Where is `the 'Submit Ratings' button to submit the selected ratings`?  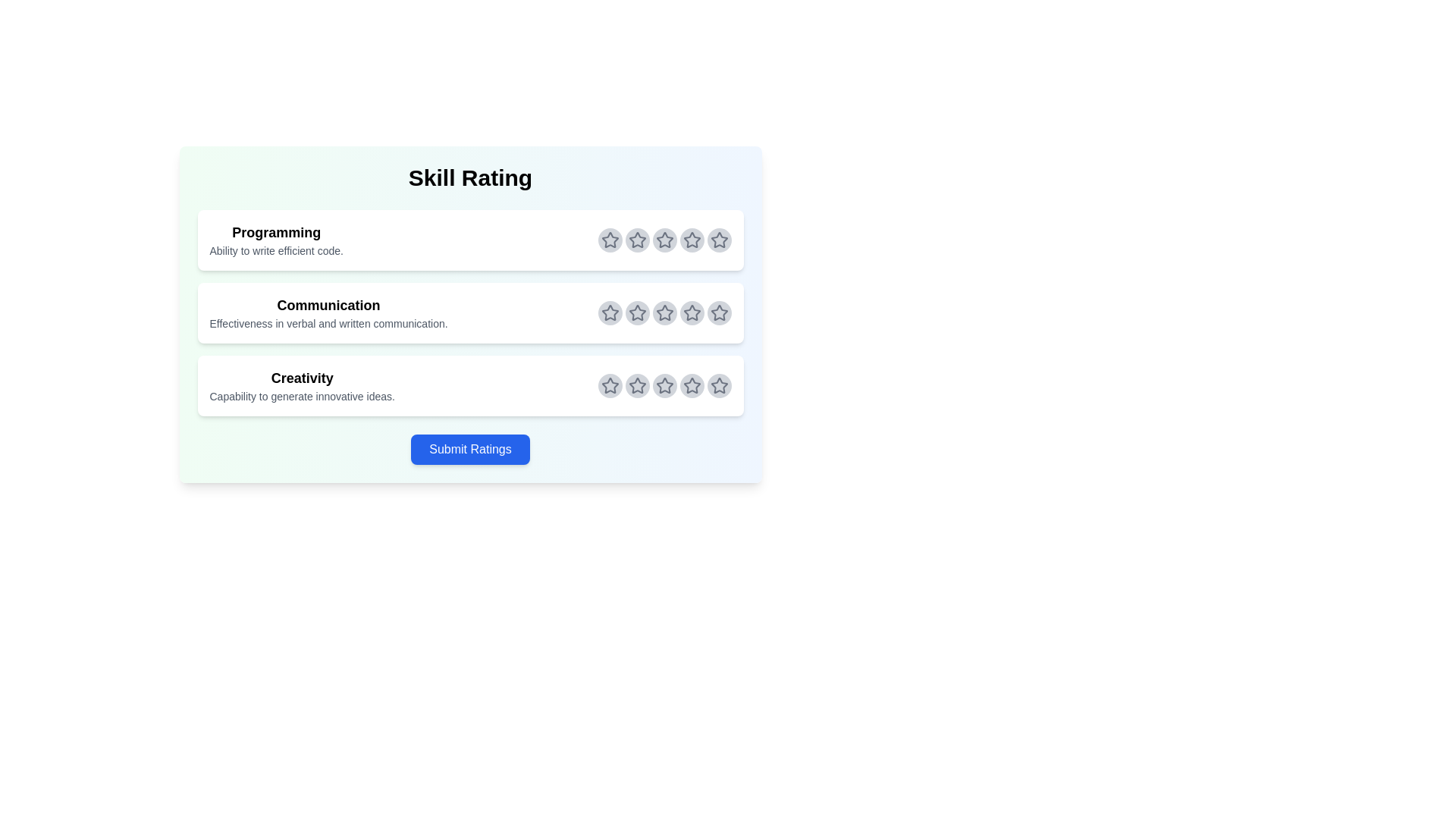
the 'Submit Ratings' button to submit the selected ratings is located at coordinates (469, 449).